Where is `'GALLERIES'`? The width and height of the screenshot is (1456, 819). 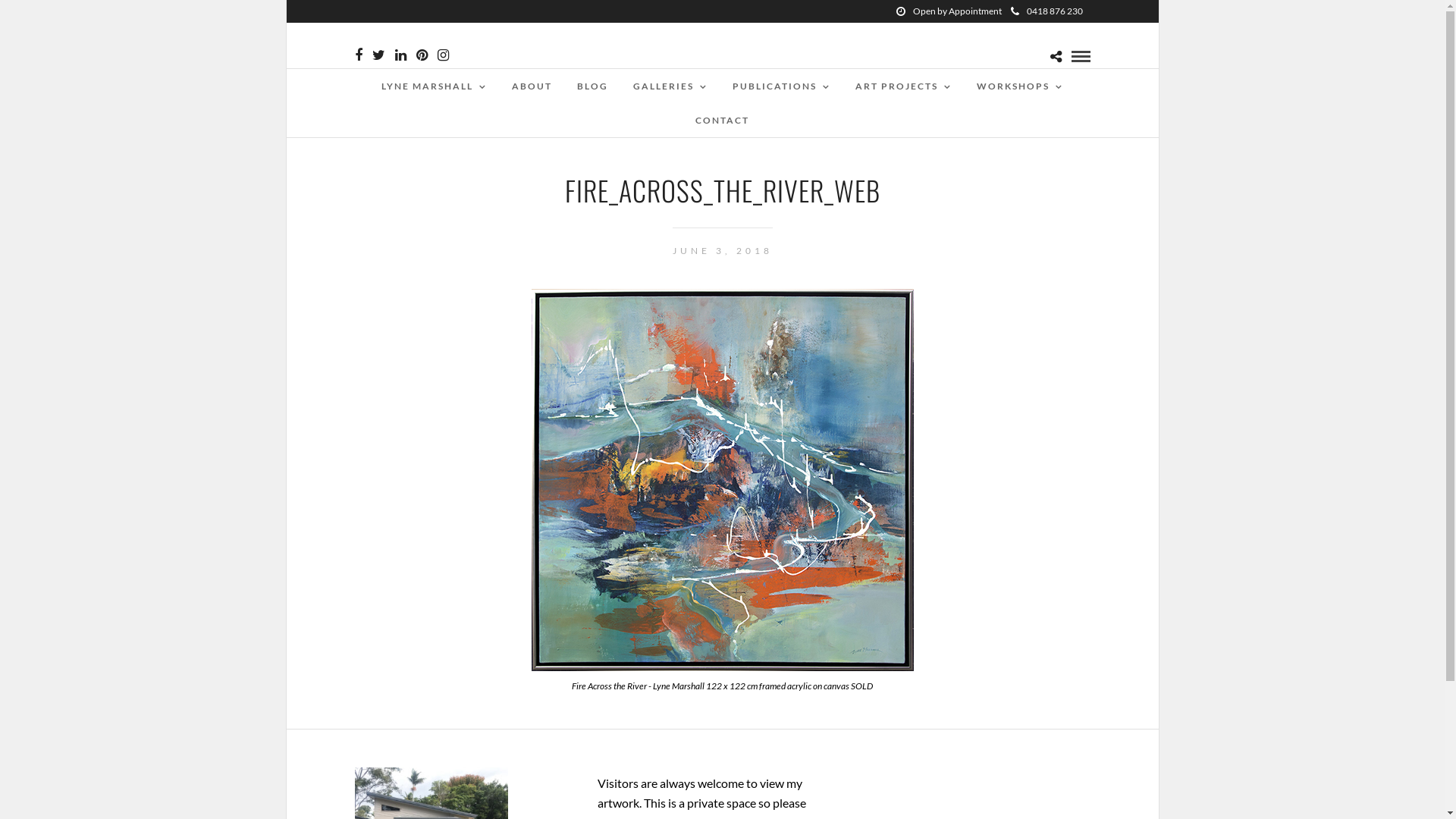 'GALLERIES' is located at coordinates (669, 86).